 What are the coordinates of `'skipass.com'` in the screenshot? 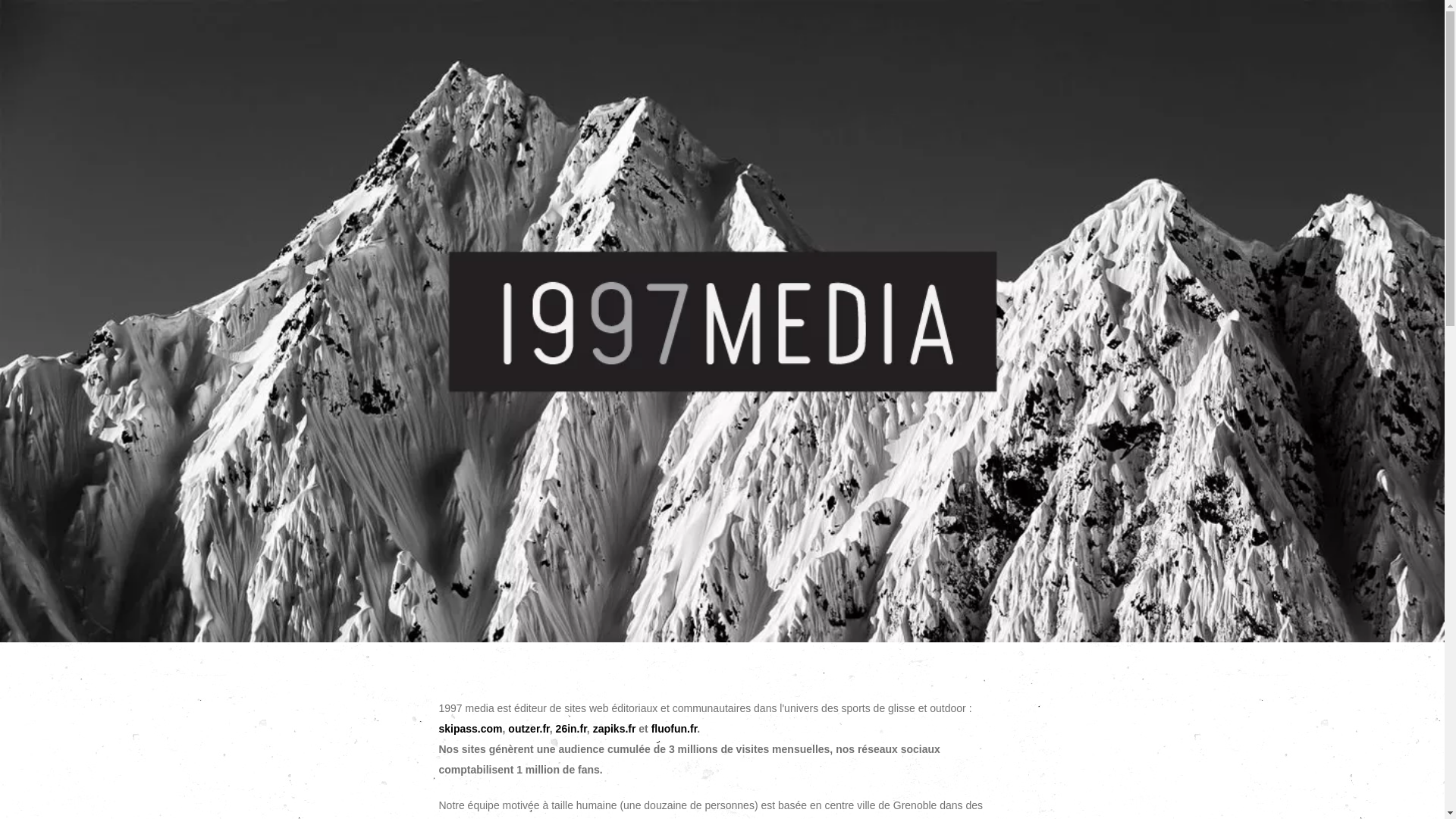 It's located at (469, 727).